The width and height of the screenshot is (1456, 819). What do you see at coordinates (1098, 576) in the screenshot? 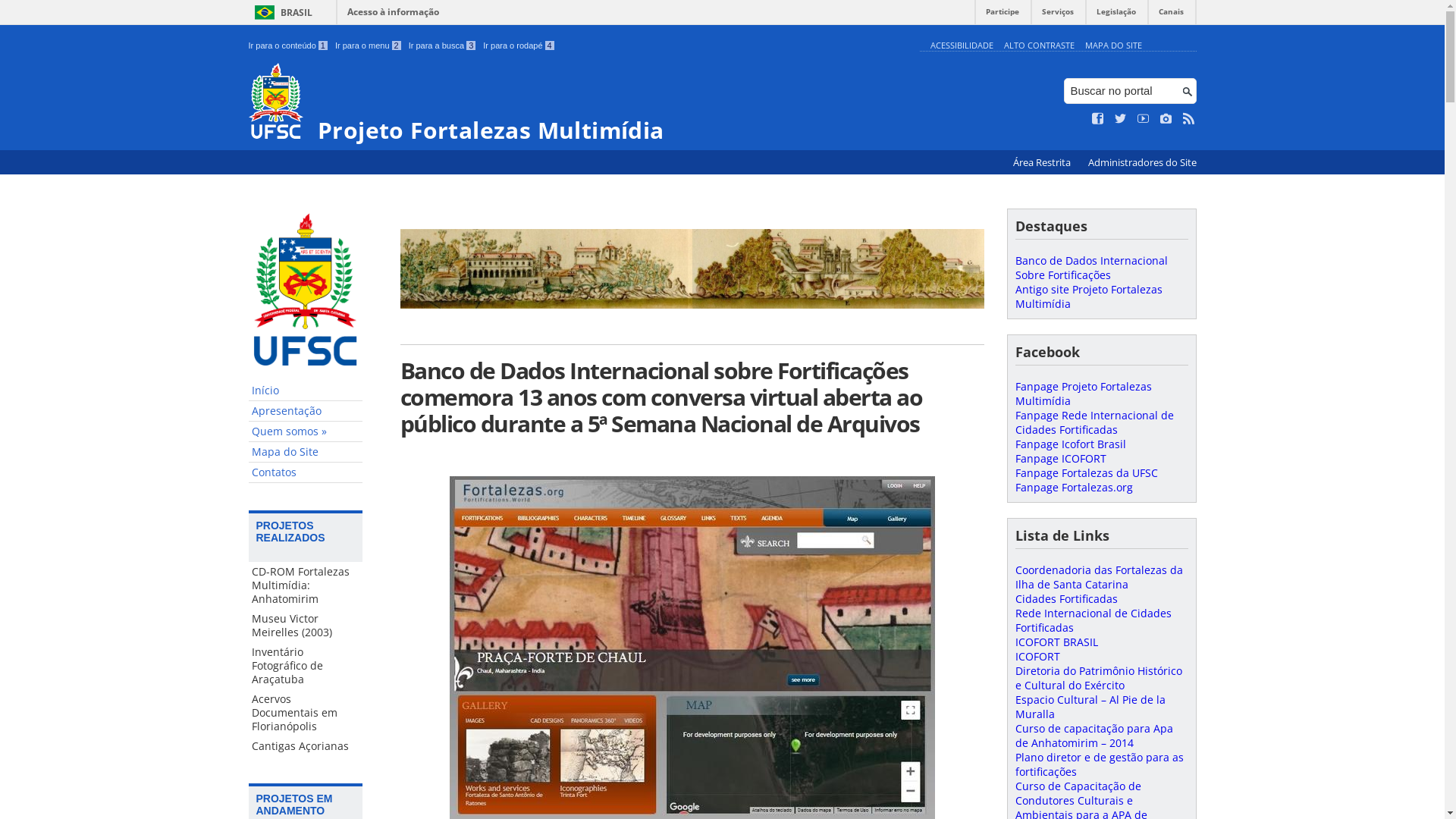
I see `'Coordenadoria das Fortalezas da Ilha de Santa Catarina'` at bounding box center [1098, 576].